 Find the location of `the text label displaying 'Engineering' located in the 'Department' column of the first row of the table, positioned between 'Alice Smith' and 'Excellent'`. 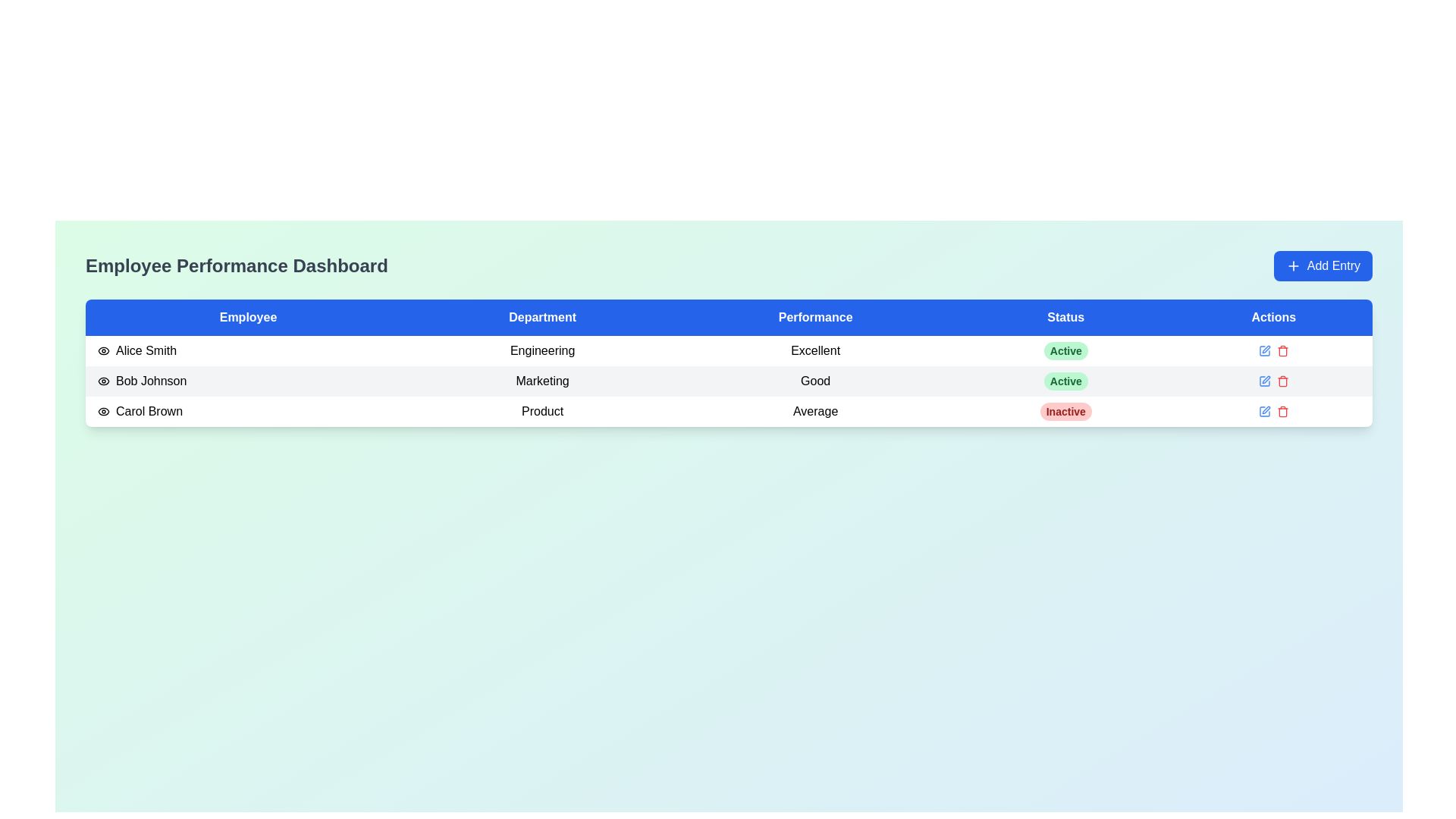

the text label displaying 'Engineering' located in the 'Department' column of the first row of the table, positioned between 'Alice Smith' and 'Excellent' is located at coordinates (542, 350).